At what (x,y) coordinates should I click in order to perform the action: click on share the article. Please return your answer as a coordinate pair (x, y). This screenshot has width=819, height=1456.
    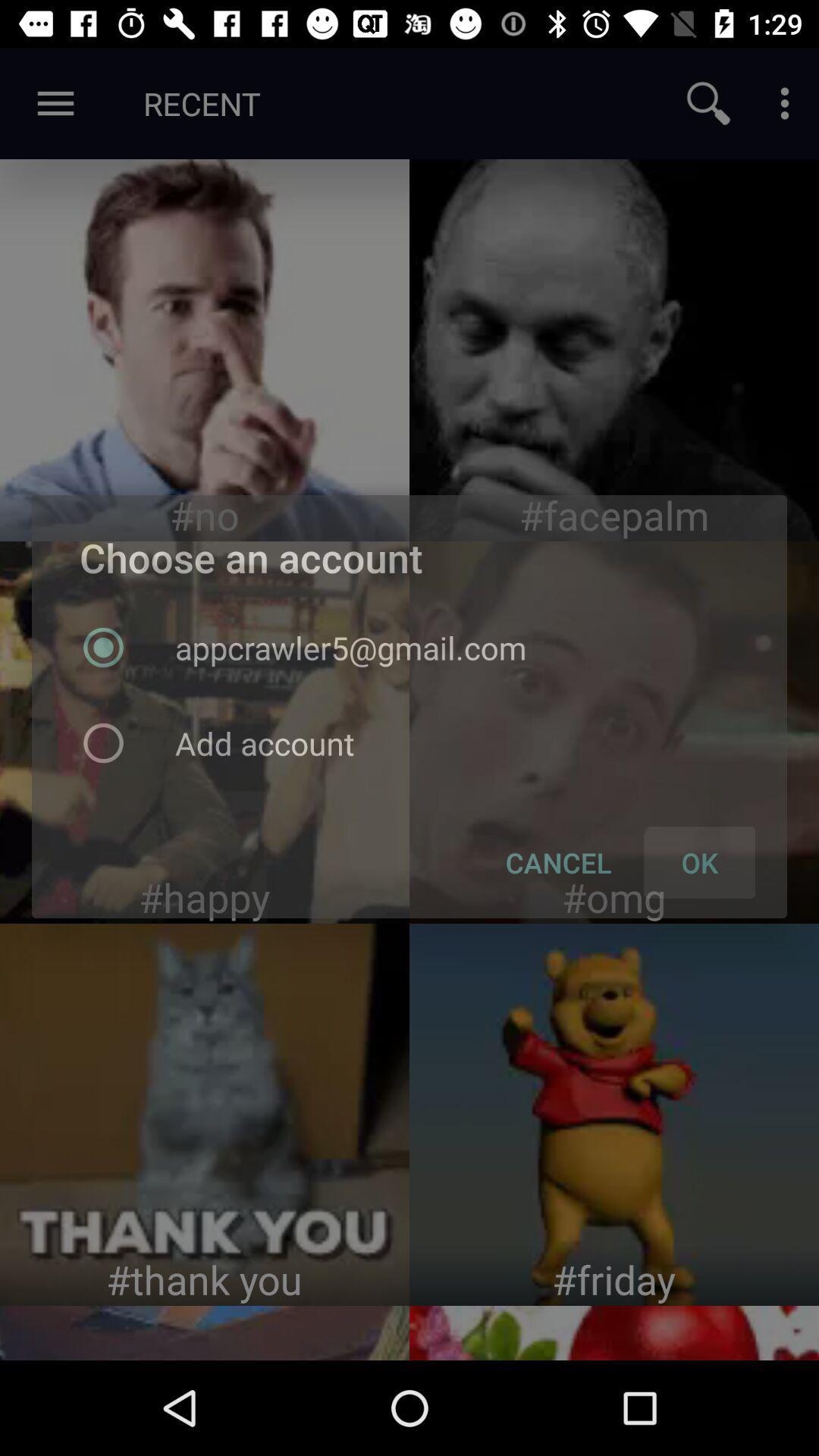
    Looking at the image, I should click on (614, 349).